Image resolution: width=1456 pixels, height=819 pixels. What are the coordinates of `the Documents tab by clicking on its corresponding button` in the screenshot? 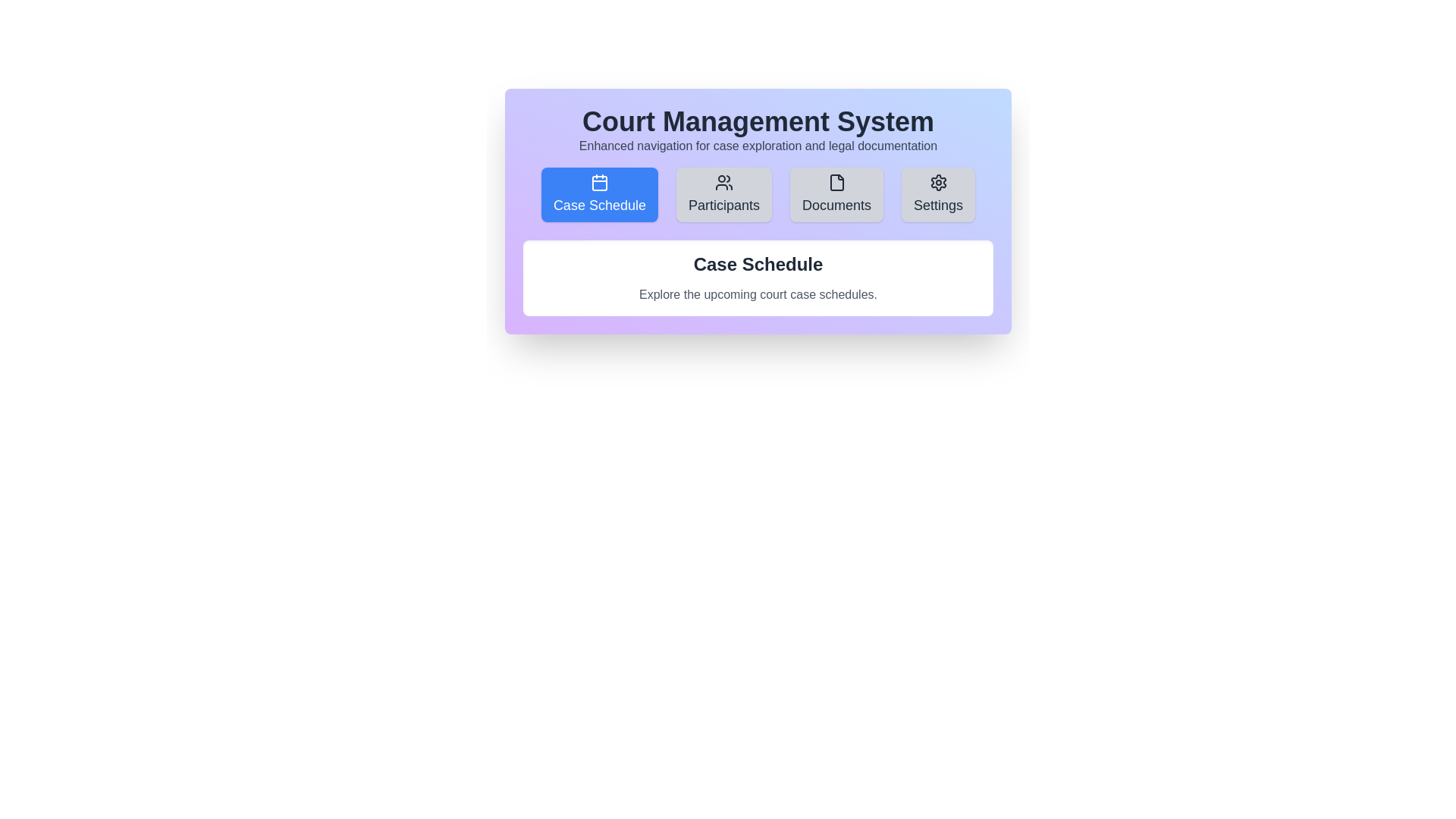 It's located at (836, 194).